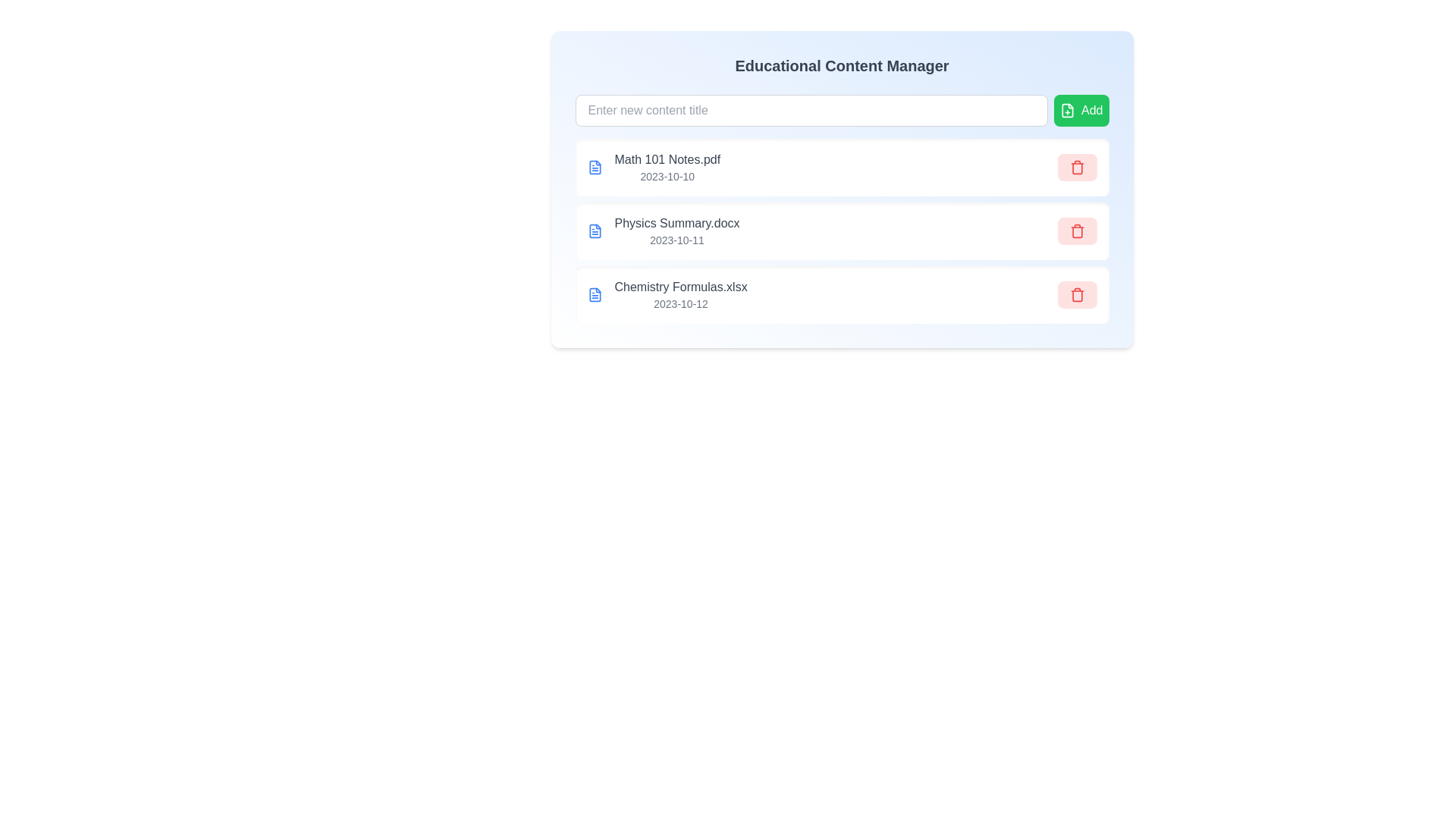 Image resolution: width=1456 pixels, height=819 pixels. Describe the element at coordinates (1092, 110) in the screenshot. I see `the 'Add' text label within the green button located in the top-right corner of the toolbar to initiate the adding functionality` at that location.